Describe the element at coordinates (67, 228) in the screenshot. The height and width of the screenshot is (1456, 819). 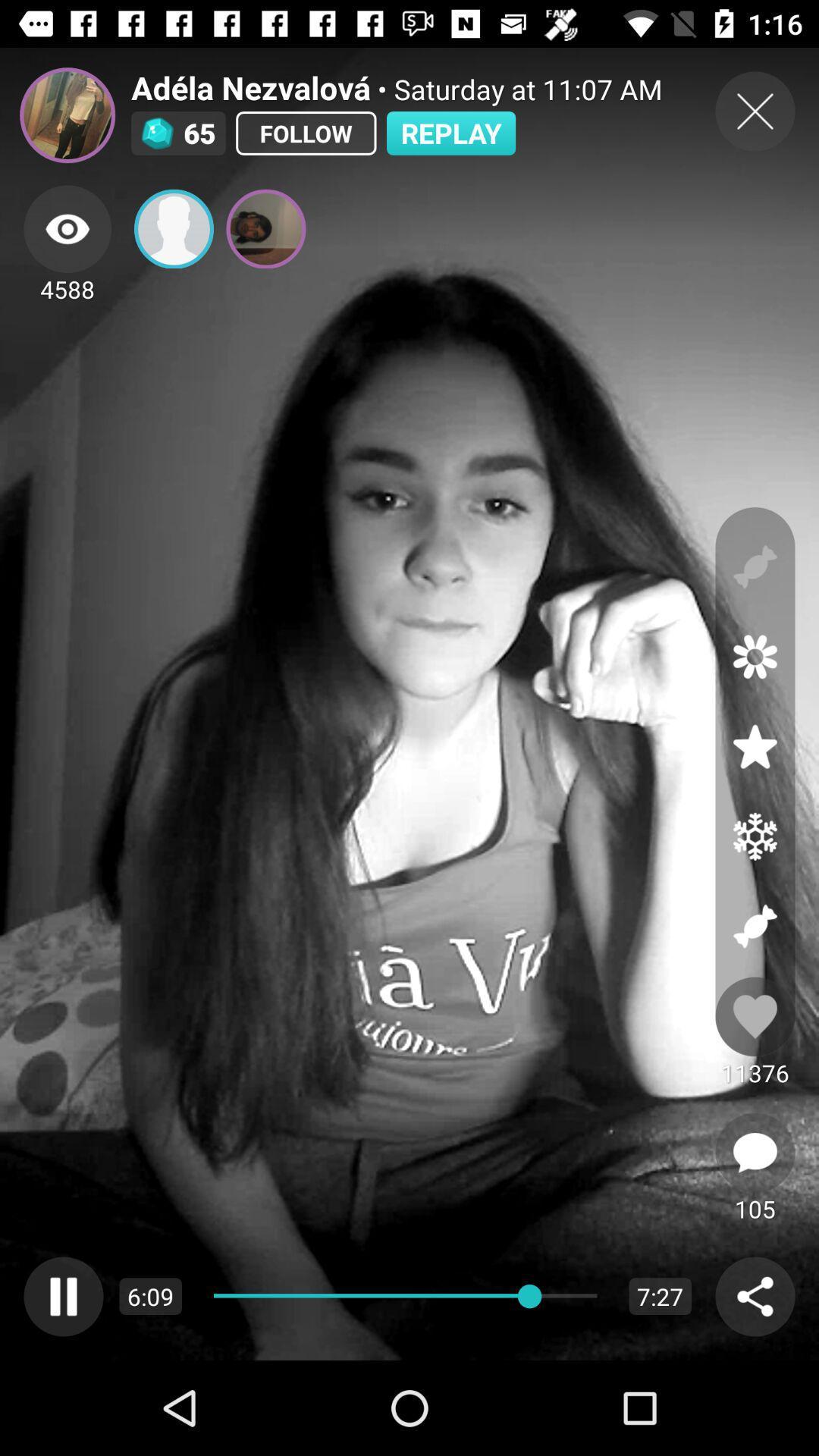
I see `the visibility icon` at that location.